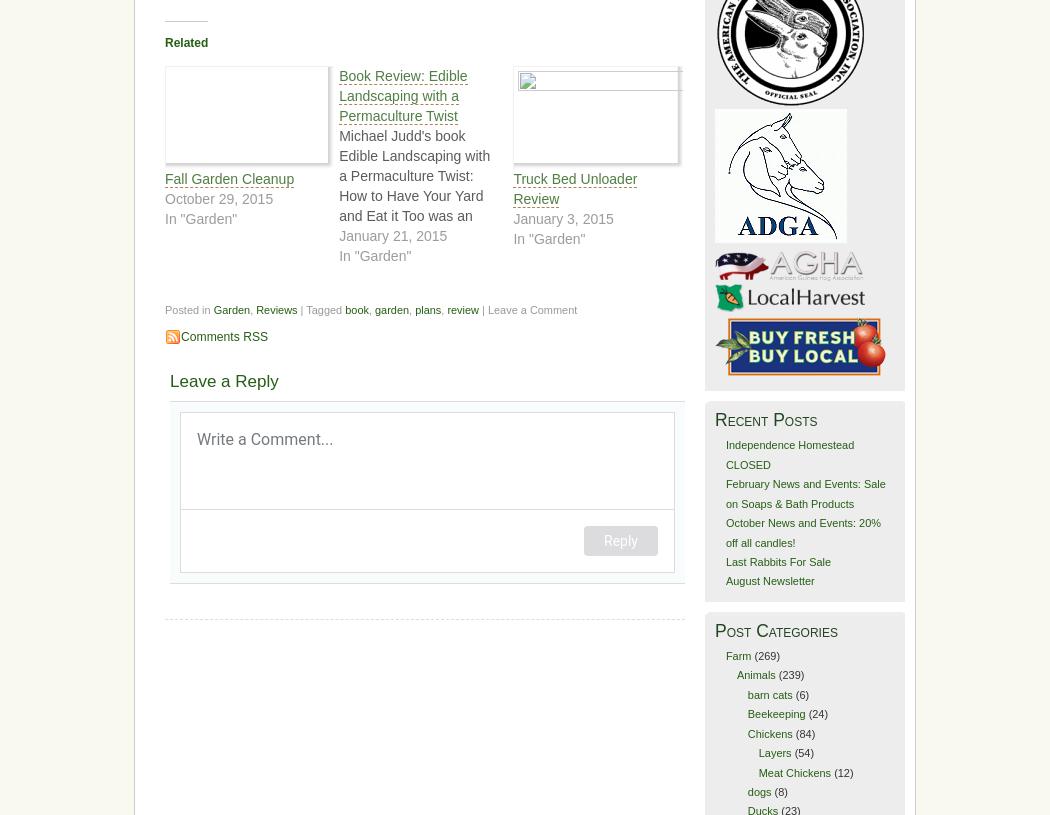 This screenshot has width=1050, height=815. Describe the element at coordinates (735, 673) in the screenshot. I see `'Animals'` at that location.